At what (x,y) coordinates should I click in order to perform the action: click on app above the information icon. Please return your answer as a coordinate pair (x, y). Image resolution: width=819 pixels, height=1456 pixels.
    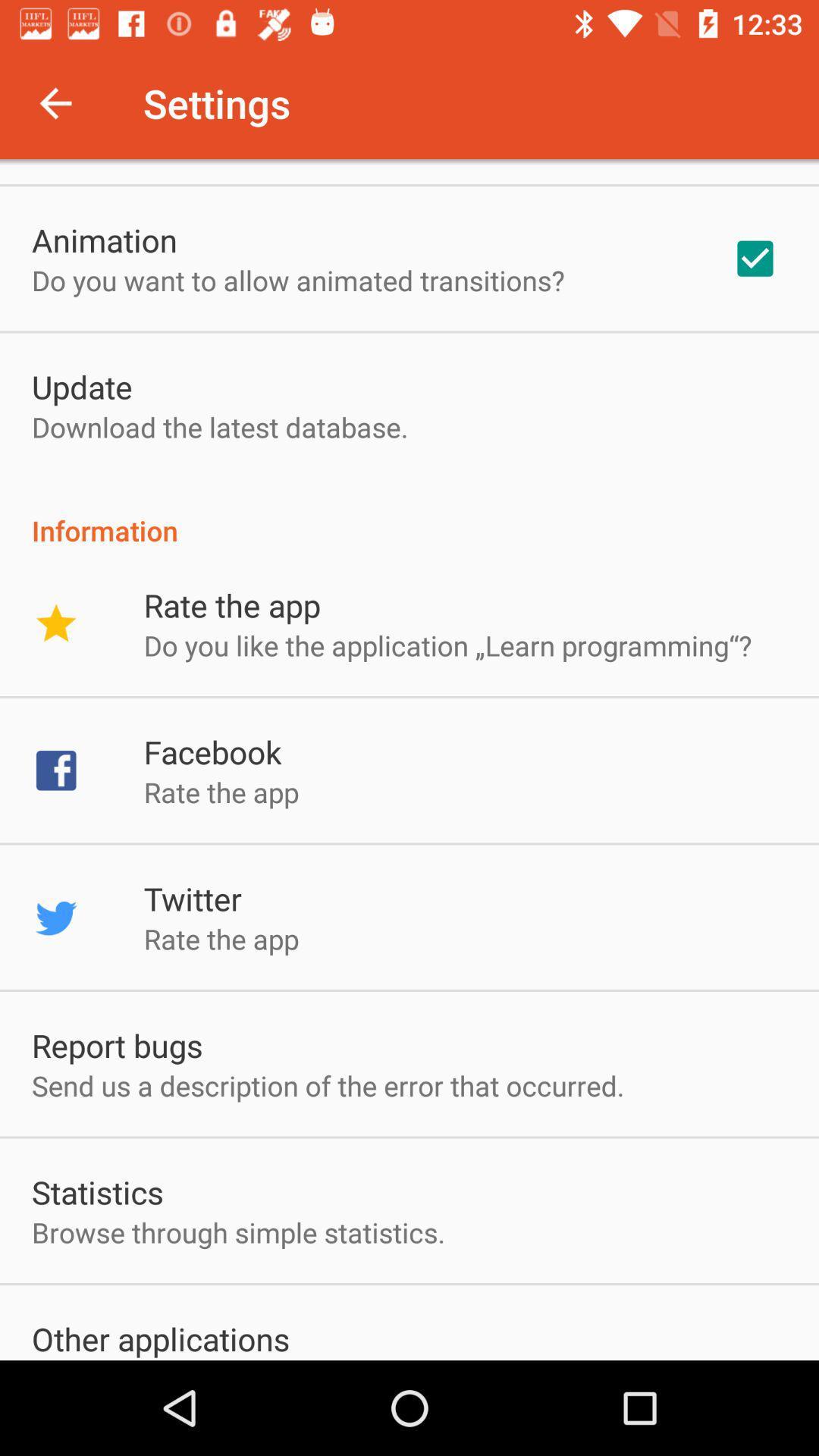
    Looking at the image, I should click on (755, 259).